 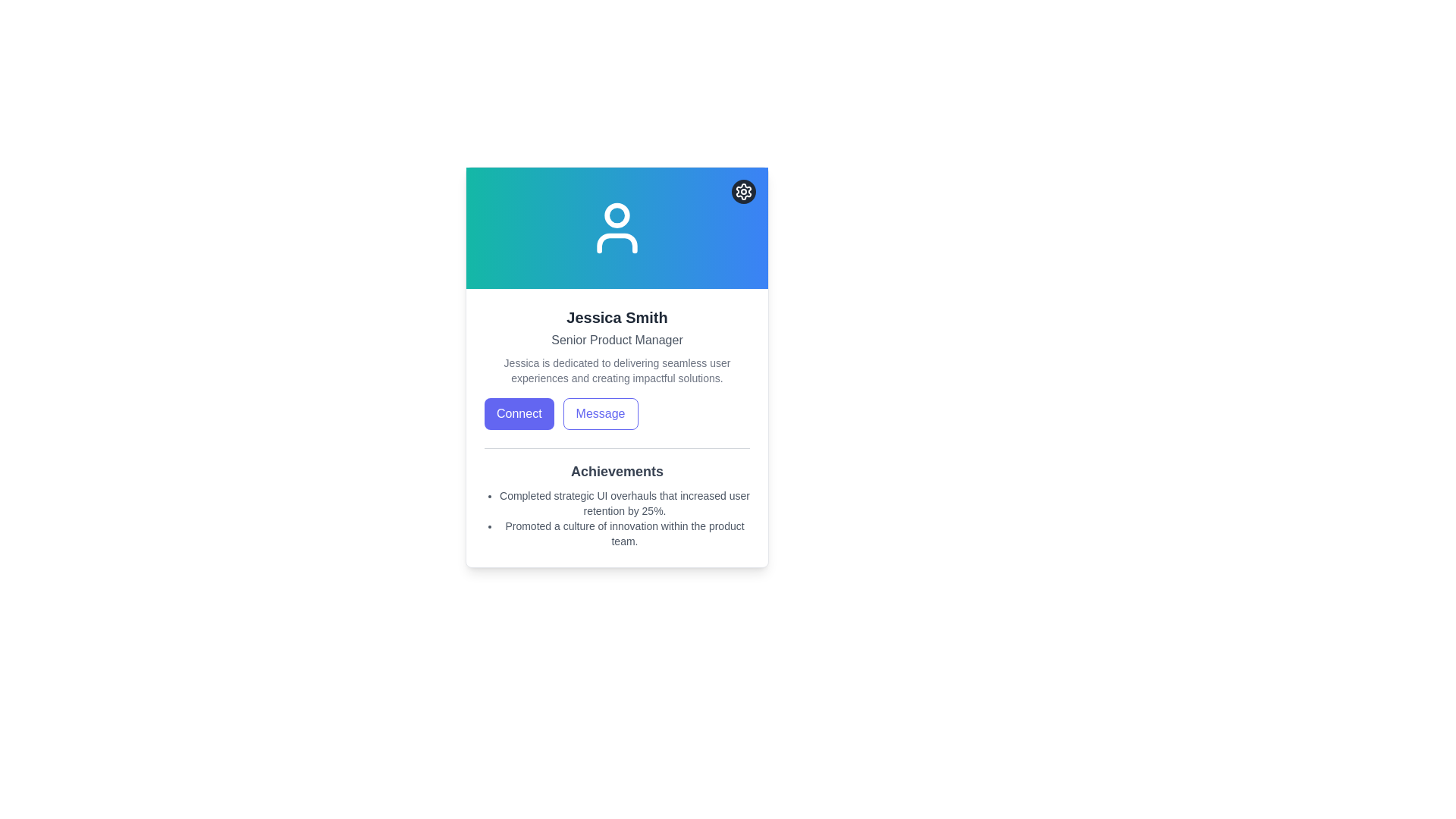 I want to click on the 'Achievements' text block, which includes a title and two bullet points detailing specific accomplishments, positioned at the bottom half of the profile card, so click(x=617, y=497).